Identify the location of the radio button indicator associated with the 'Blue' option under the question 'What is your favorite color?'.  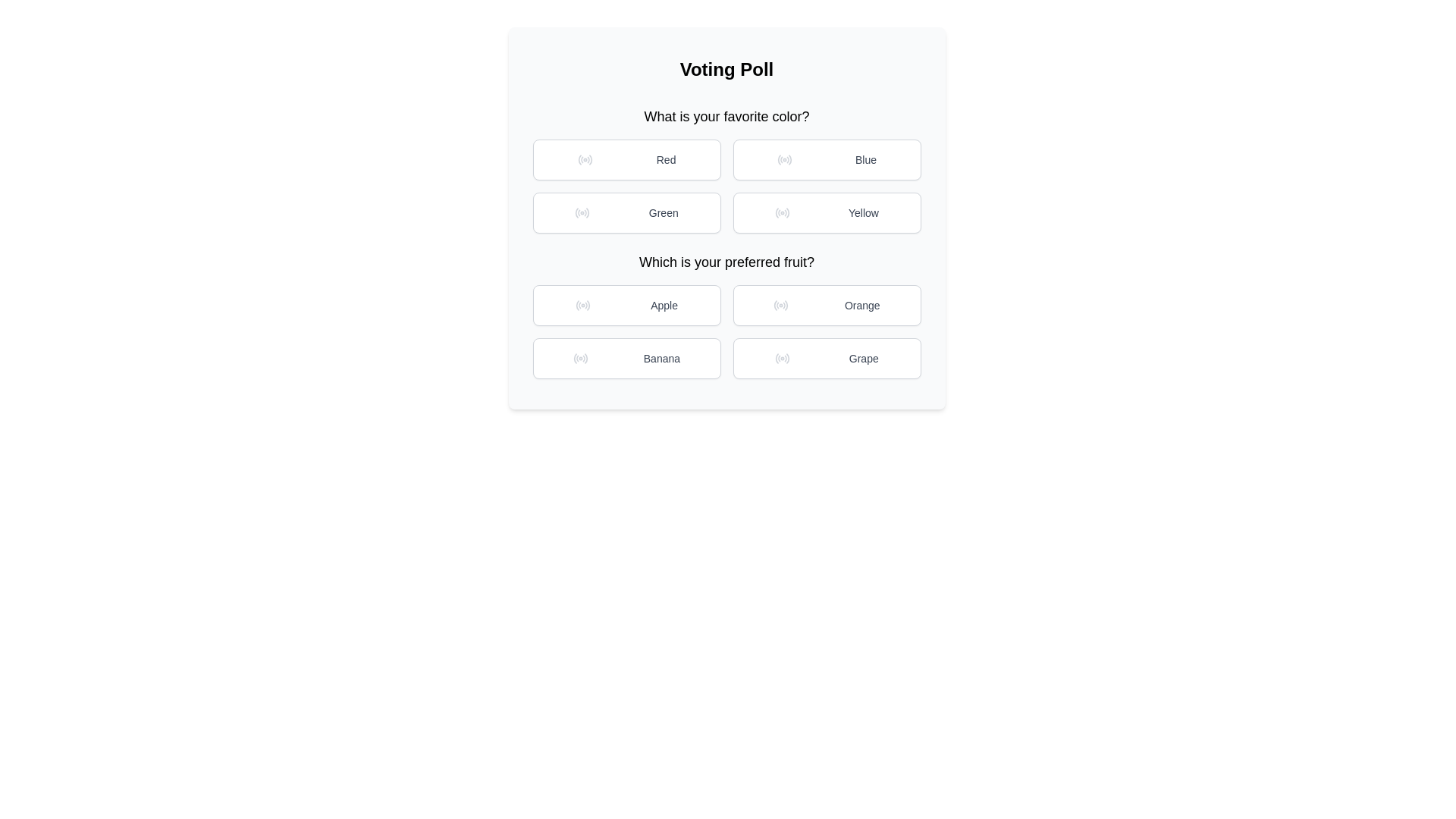
(785, 160).